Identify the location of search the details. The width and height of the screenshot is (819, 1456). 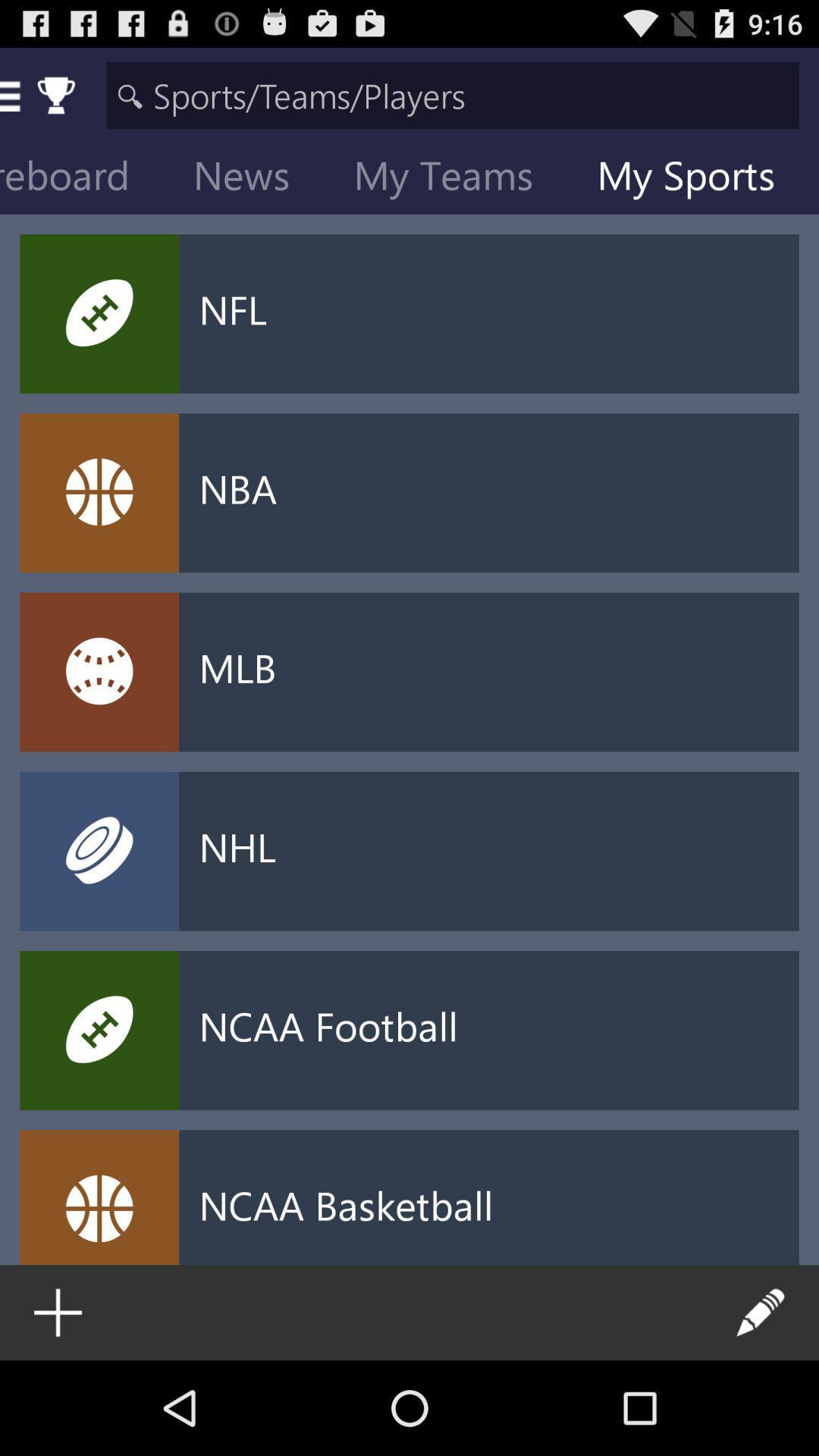
(452, 94).